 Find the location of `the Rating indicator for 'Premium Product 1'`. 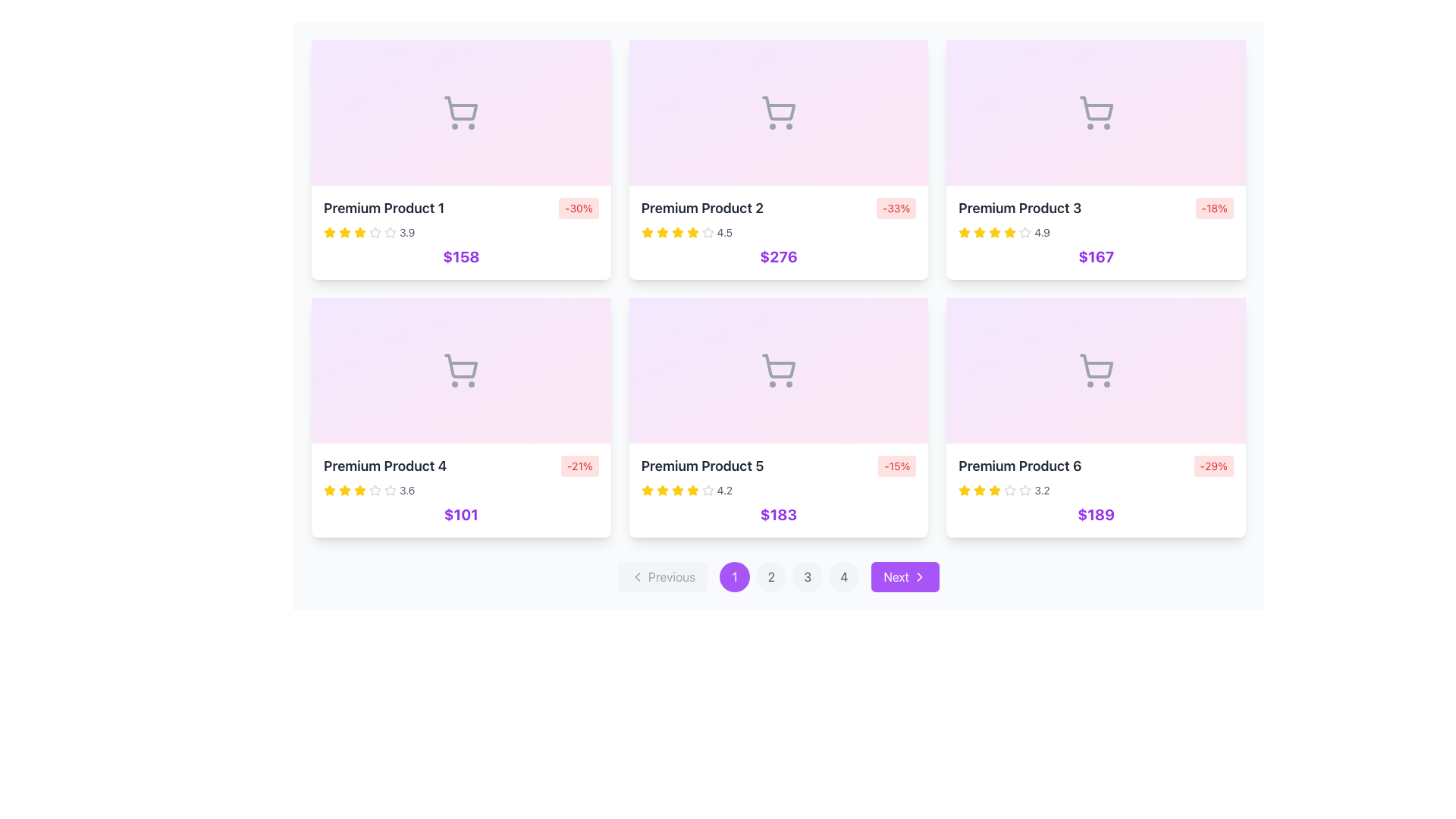

the Rating indicator for 'Premium Product 1' is located at coordinates (460, 233).